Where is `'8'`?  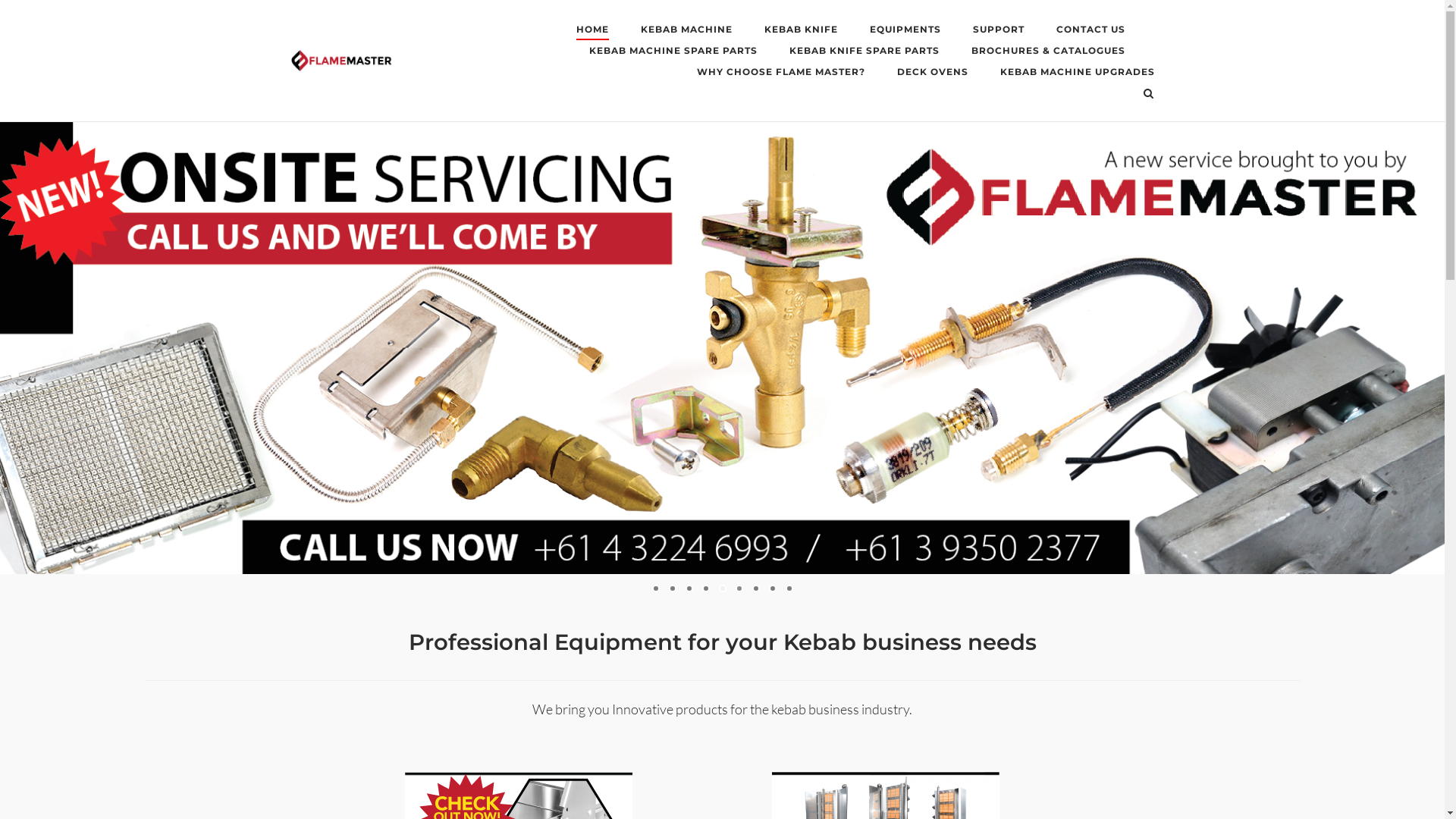 '8' is located at coordinates (772, 587).